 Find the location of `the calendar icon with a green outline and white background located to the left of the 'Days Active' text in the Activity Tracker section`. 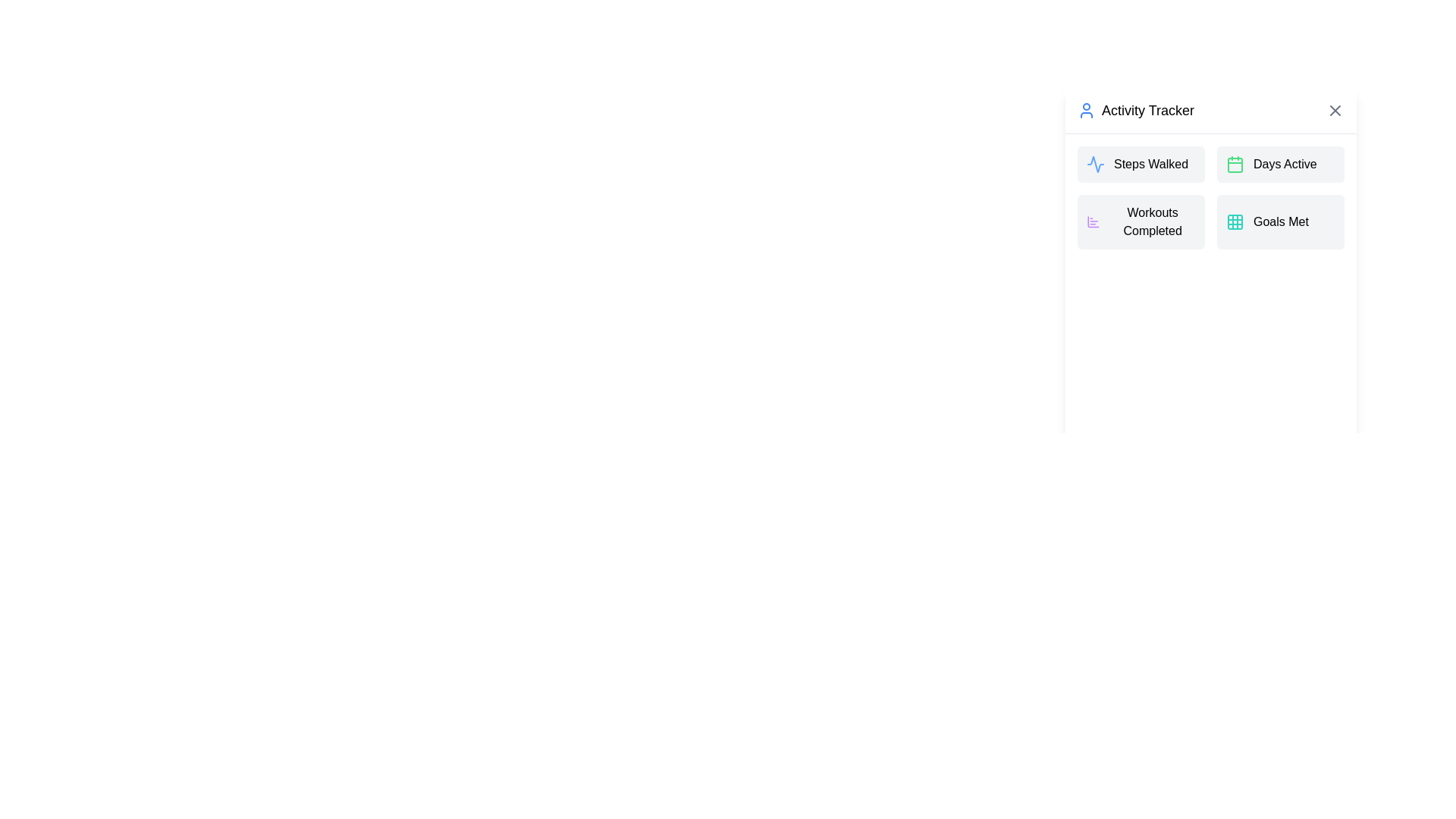

the calendar icon with a green outline and white background located to the left of the 'Days Active' text in the Activity Tracker section is located at coordinates (1235, 164).